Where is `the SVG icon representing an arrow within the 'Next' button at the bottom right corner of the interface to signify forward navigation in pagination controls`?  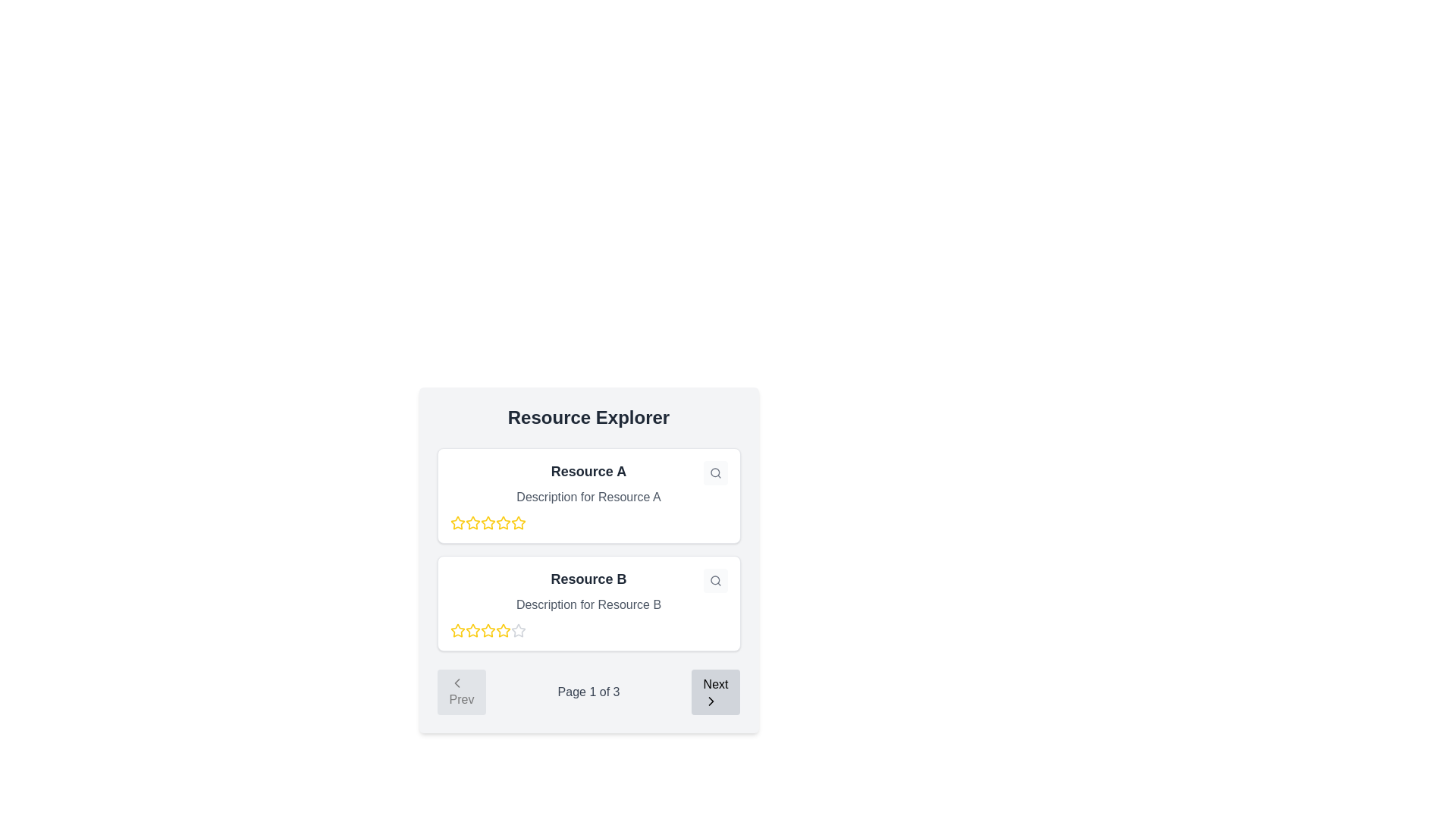 the SVG icon representing an arrow within the 'Next' button at the bottom right corner of the interface to signify forward navigation in pagination controls is located at coordinates (710, 701).